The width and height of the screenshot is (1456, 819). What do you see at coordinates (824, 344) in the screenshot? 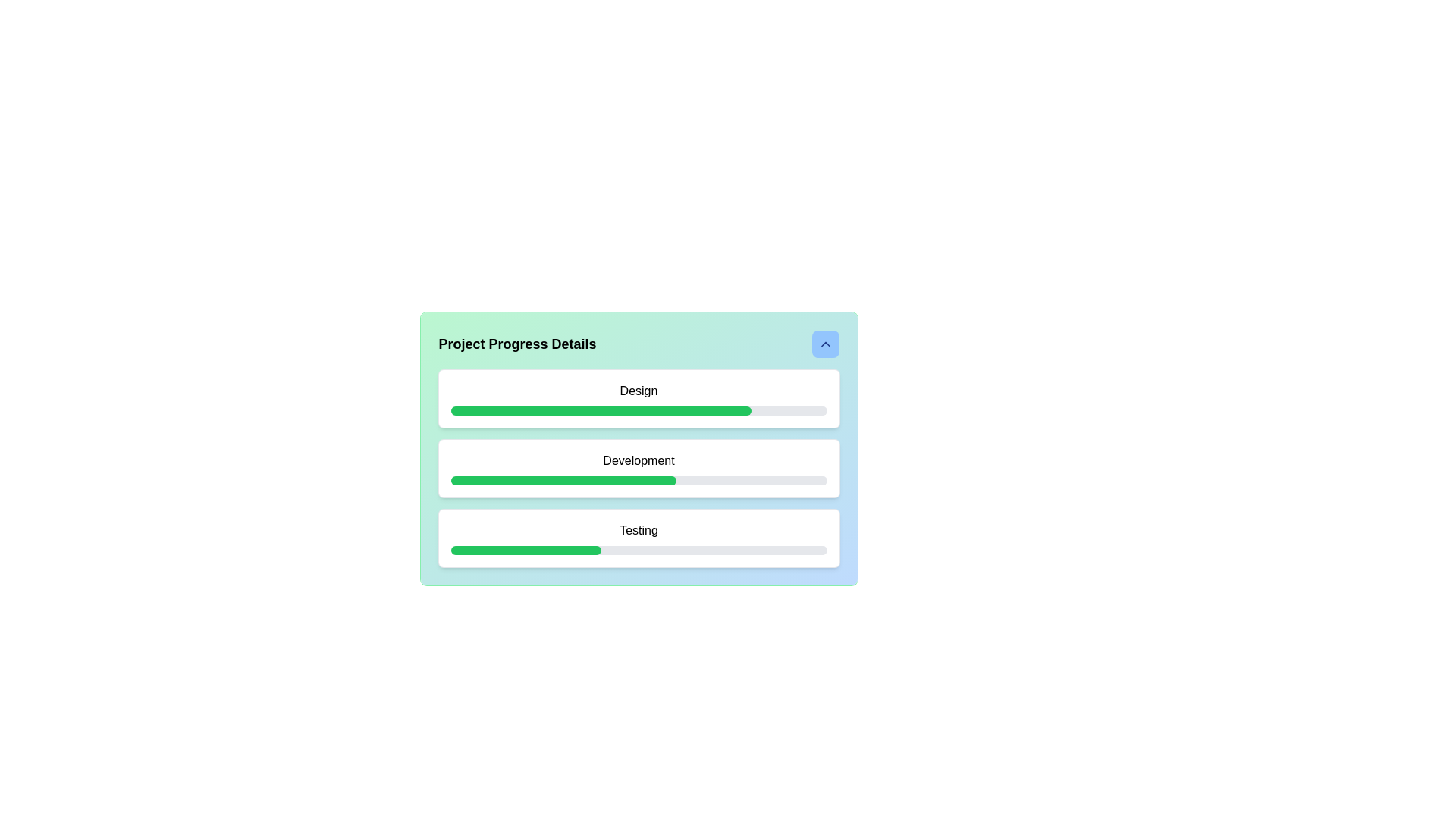
I see `the Chevron icon in the top-right corner of the 'Project Progress Details' section` at bounding box center [824, 344].